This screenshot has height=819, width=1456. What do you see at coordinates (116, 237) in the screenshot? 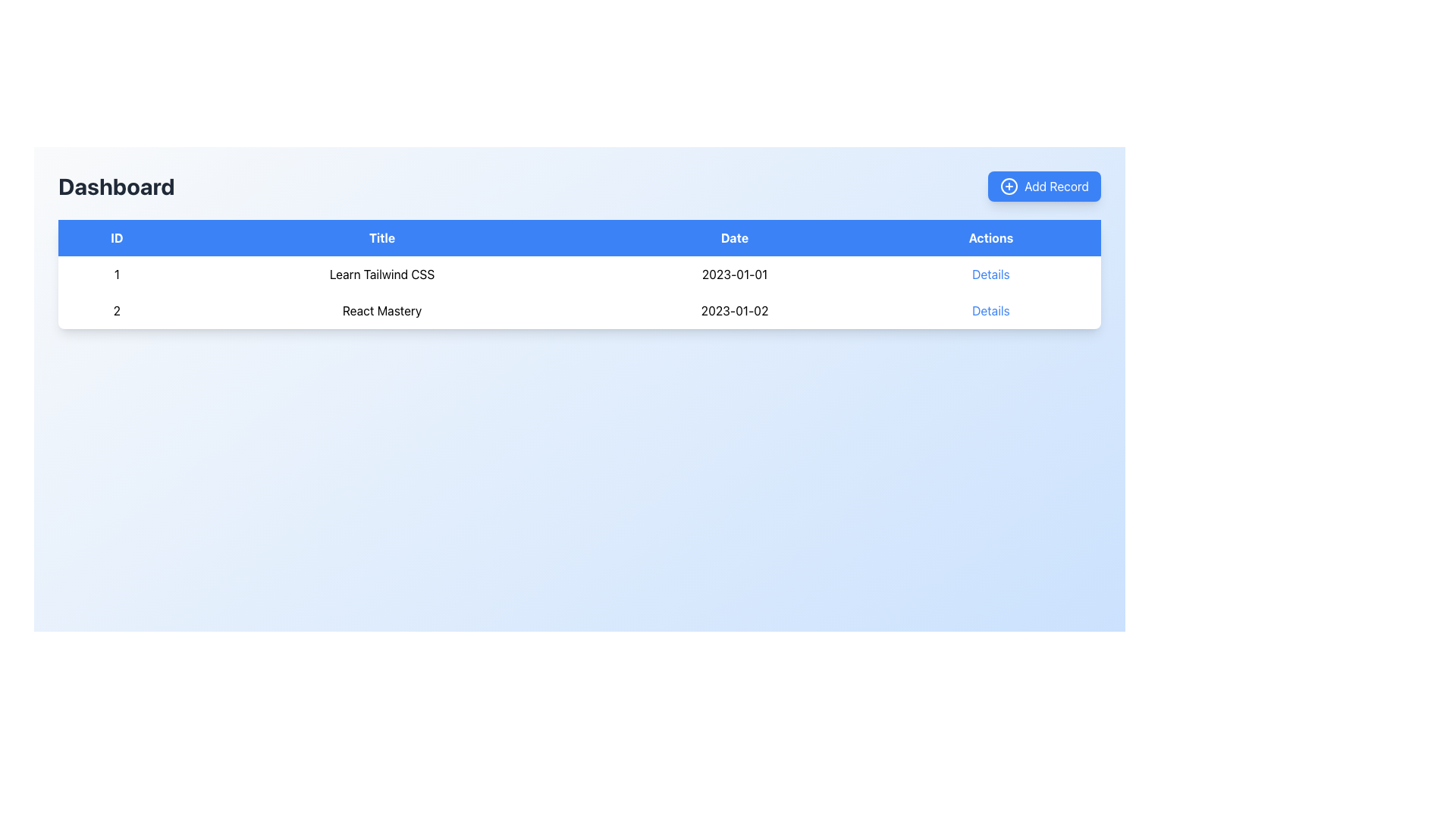
I see `the 'ID' column header text label, which is the first element in a row of four similar elements in a table layout` at bounding box center [116, 237].